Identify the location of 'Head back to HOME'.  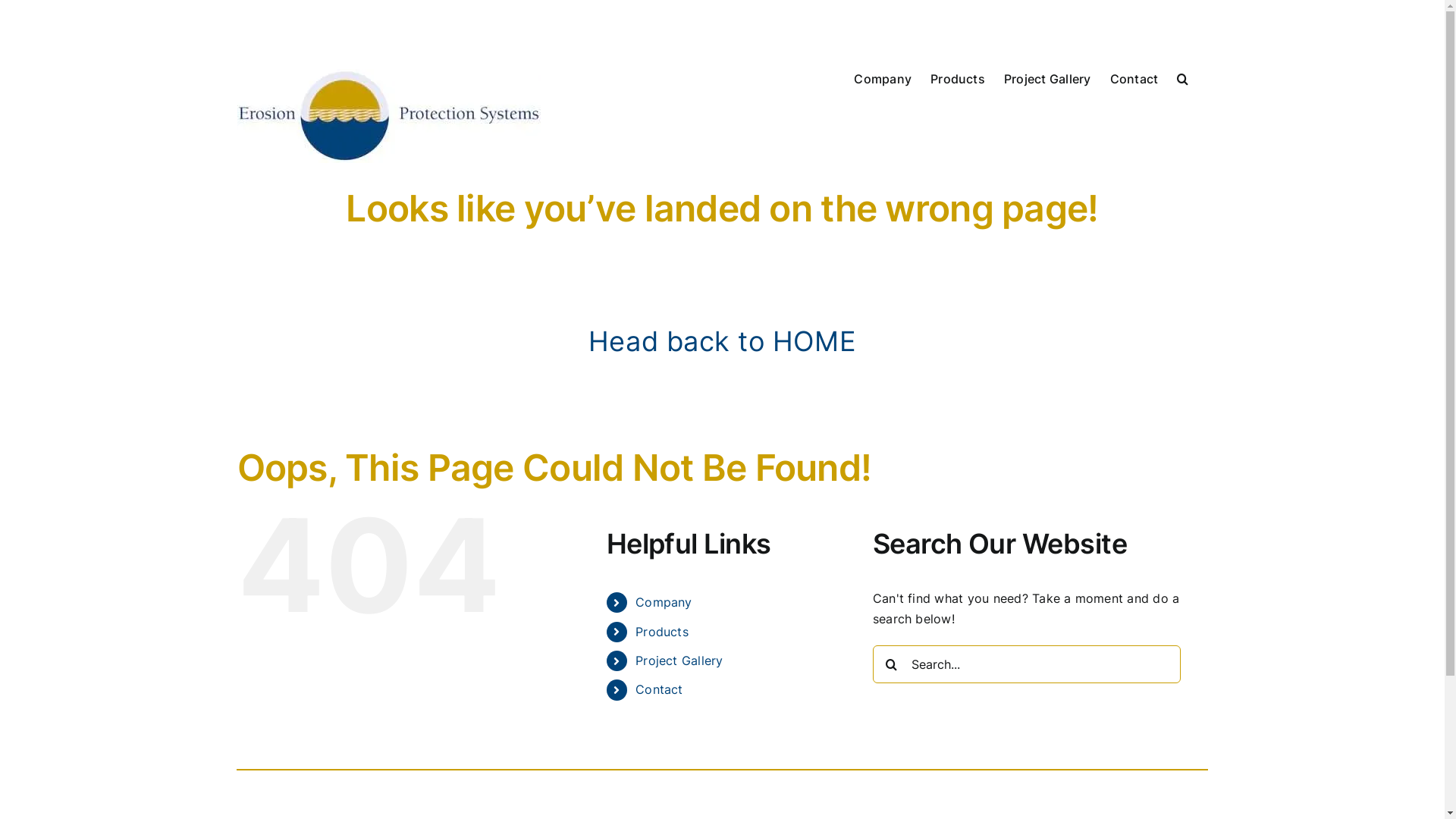
(721, 341).